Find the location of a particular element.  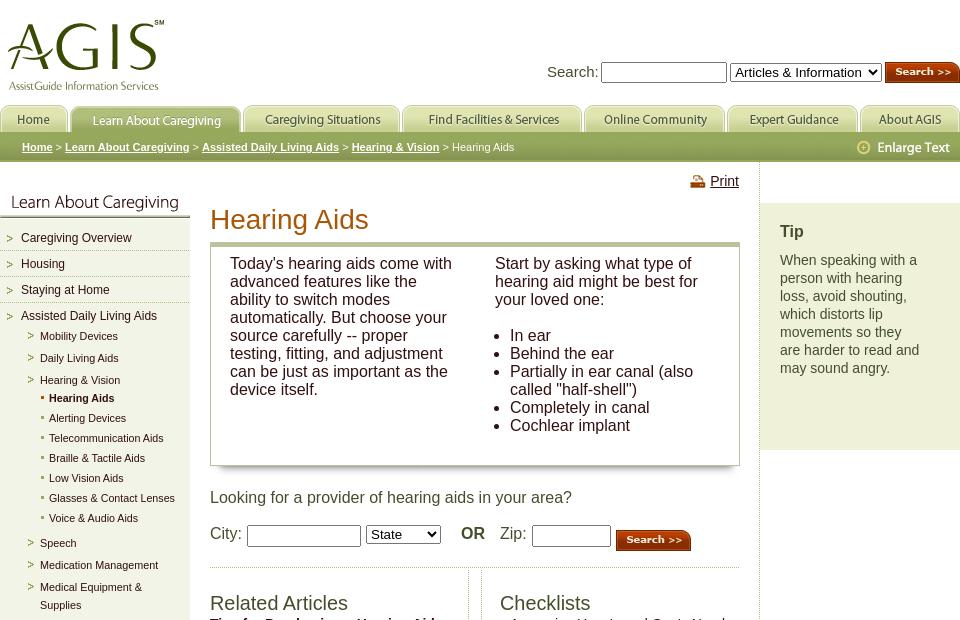

'Cochlear implant' is located at coordinates (570, 425).